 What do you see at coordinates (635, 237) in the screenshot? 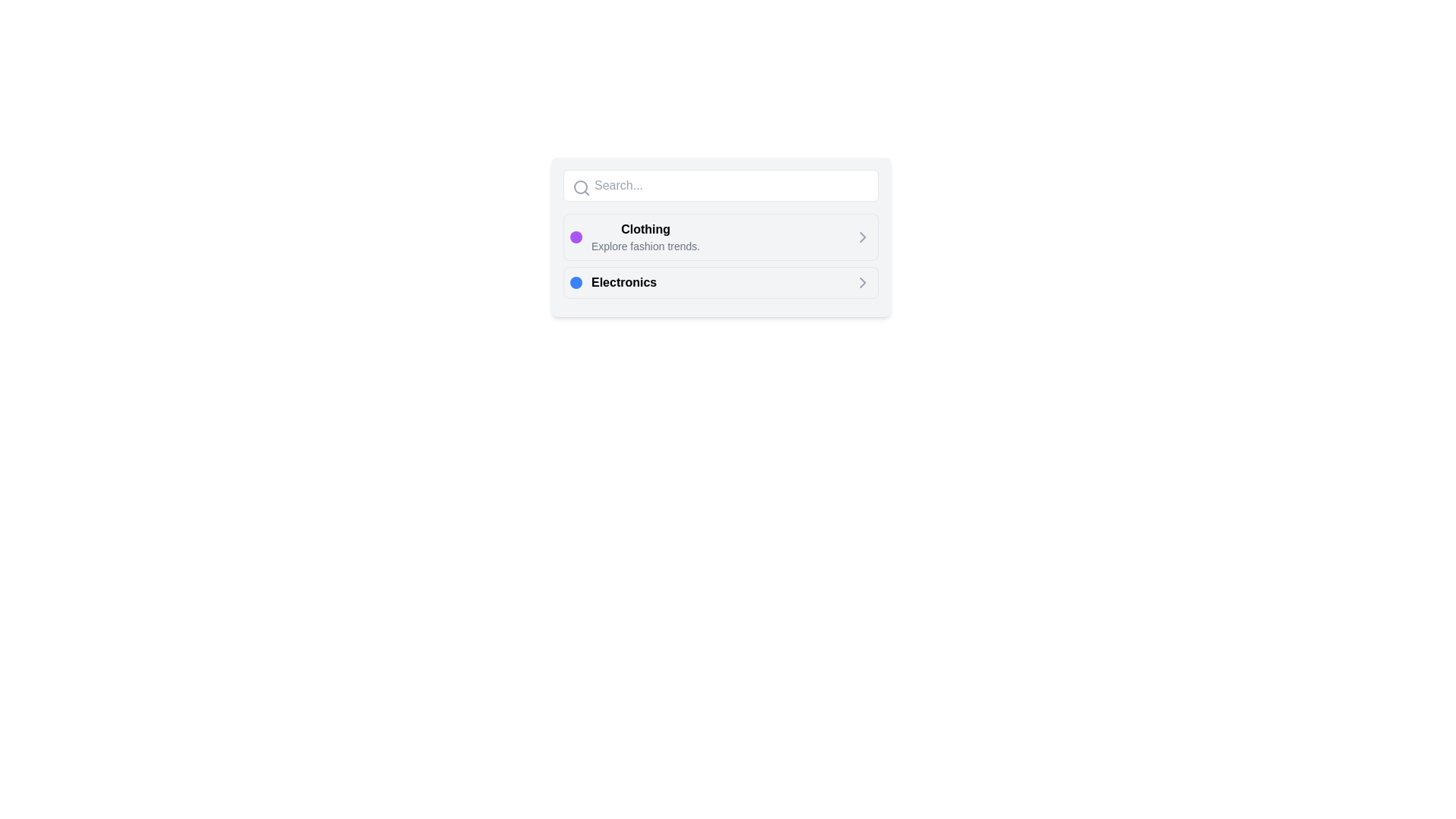
I see `the 'Clothing' category list item, which features a circular purple icon on the left, a bolded title 'Clothing' in black text, and a subtitle 'Explore fashion trends.' in smaller gray text underneath` at bounding box center [635, 237].